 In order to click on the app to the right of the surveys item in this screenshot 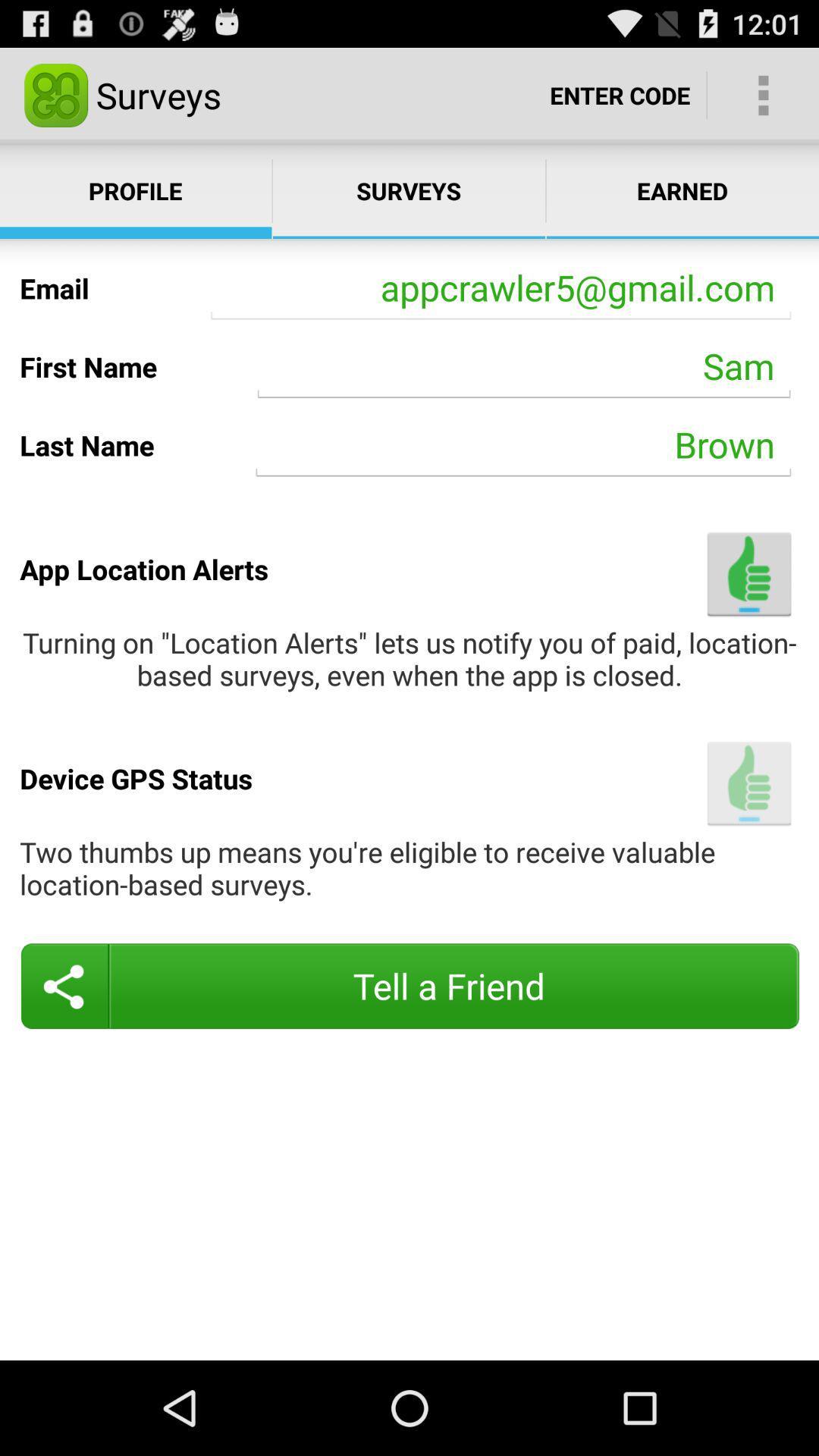, I will do `click(620, 94)`.